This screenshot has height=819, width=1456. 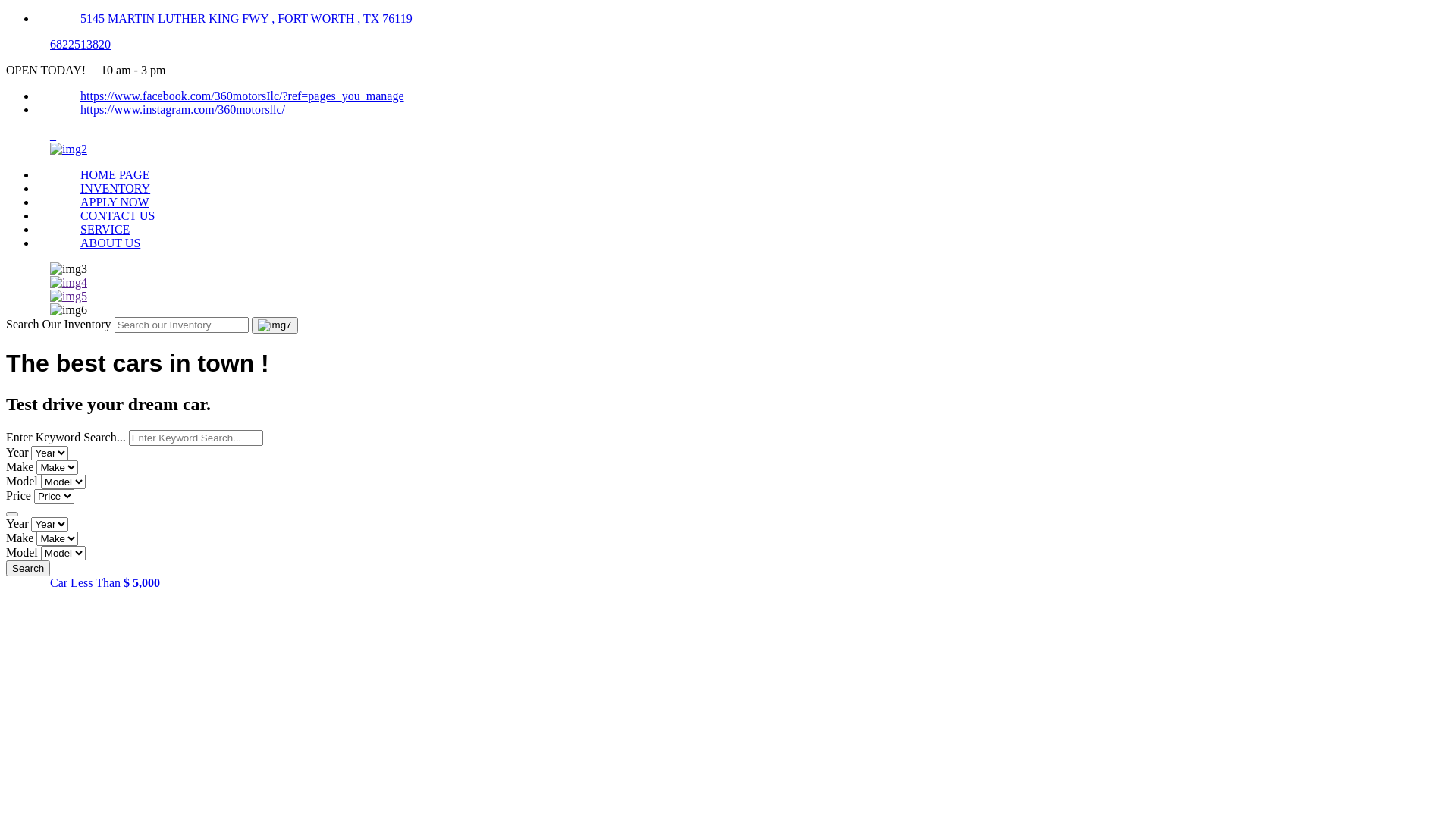 I want to click on 'https://www.instagram.com/360motorsllc/', so click(x=182, y=108).